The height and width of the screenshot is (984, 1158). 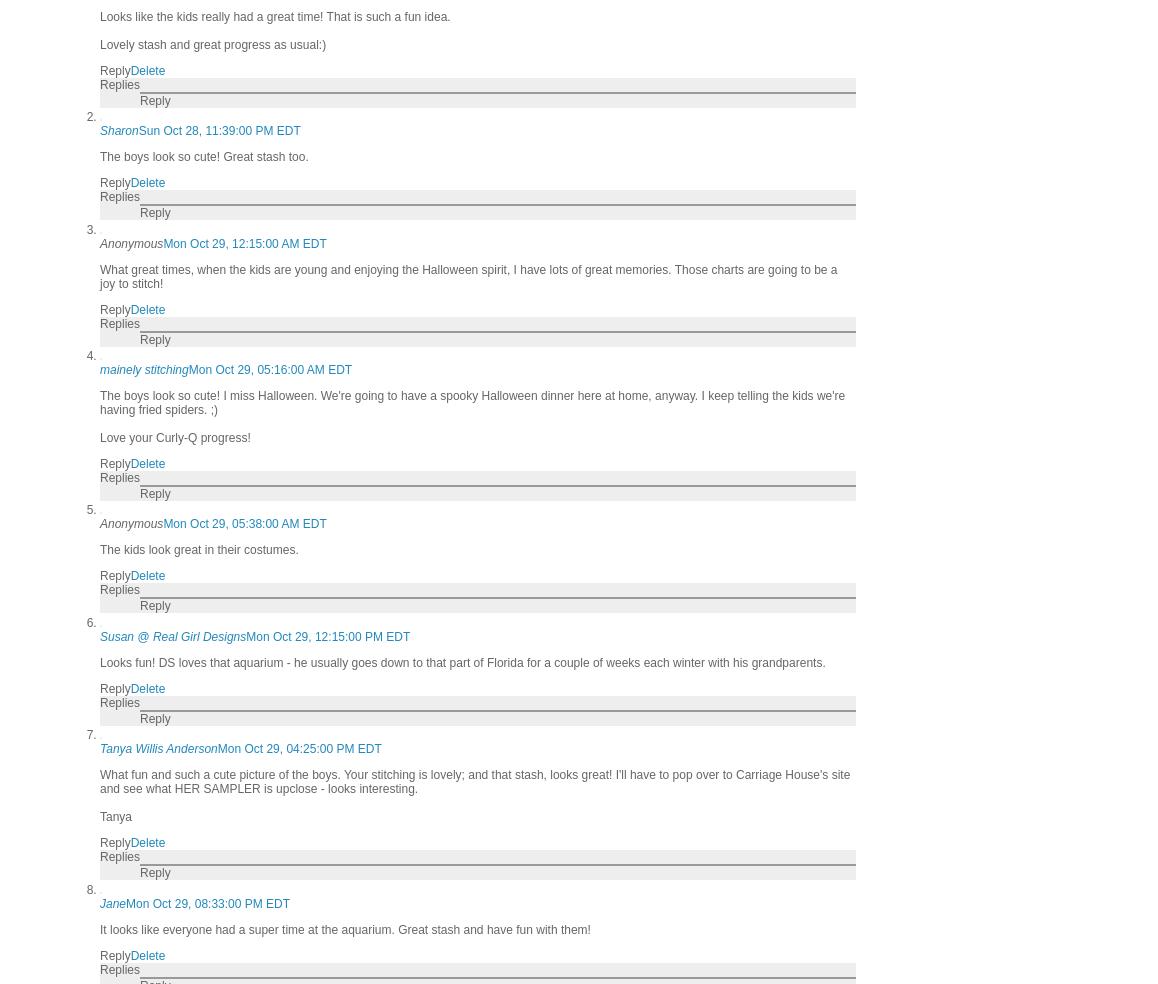 What do you see at coordinates (344, 928) in the screenshot?
I see `'It looks like everyone had a super time at the aquarium. Great stash and have fun with them!'` at bounding box center [344, 928].